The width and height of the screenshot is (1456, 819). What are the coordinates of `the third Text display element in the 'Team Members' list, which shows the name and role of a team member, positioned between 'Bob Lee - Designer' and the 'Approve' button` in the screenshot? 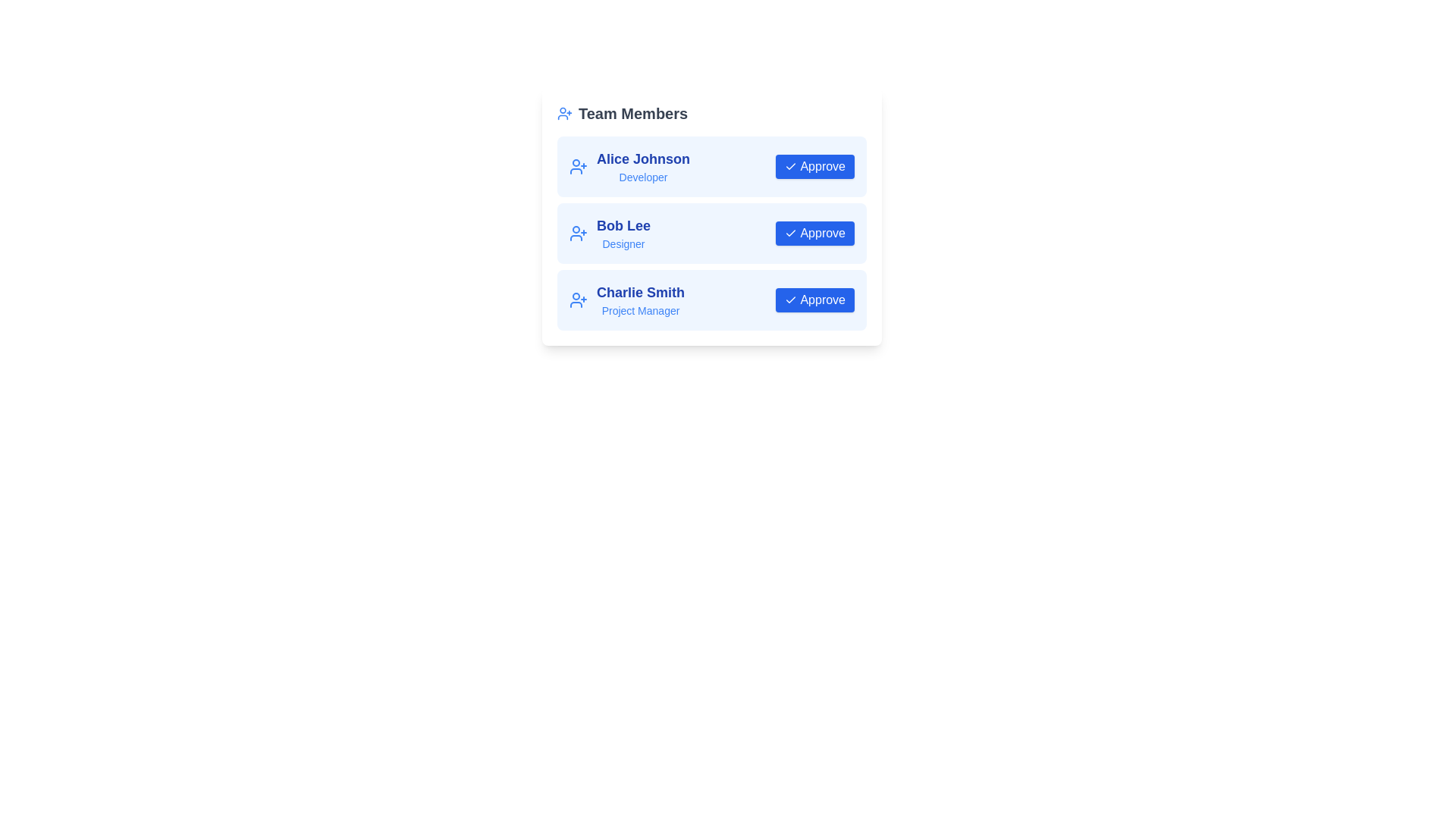 It's located at (640, 300).